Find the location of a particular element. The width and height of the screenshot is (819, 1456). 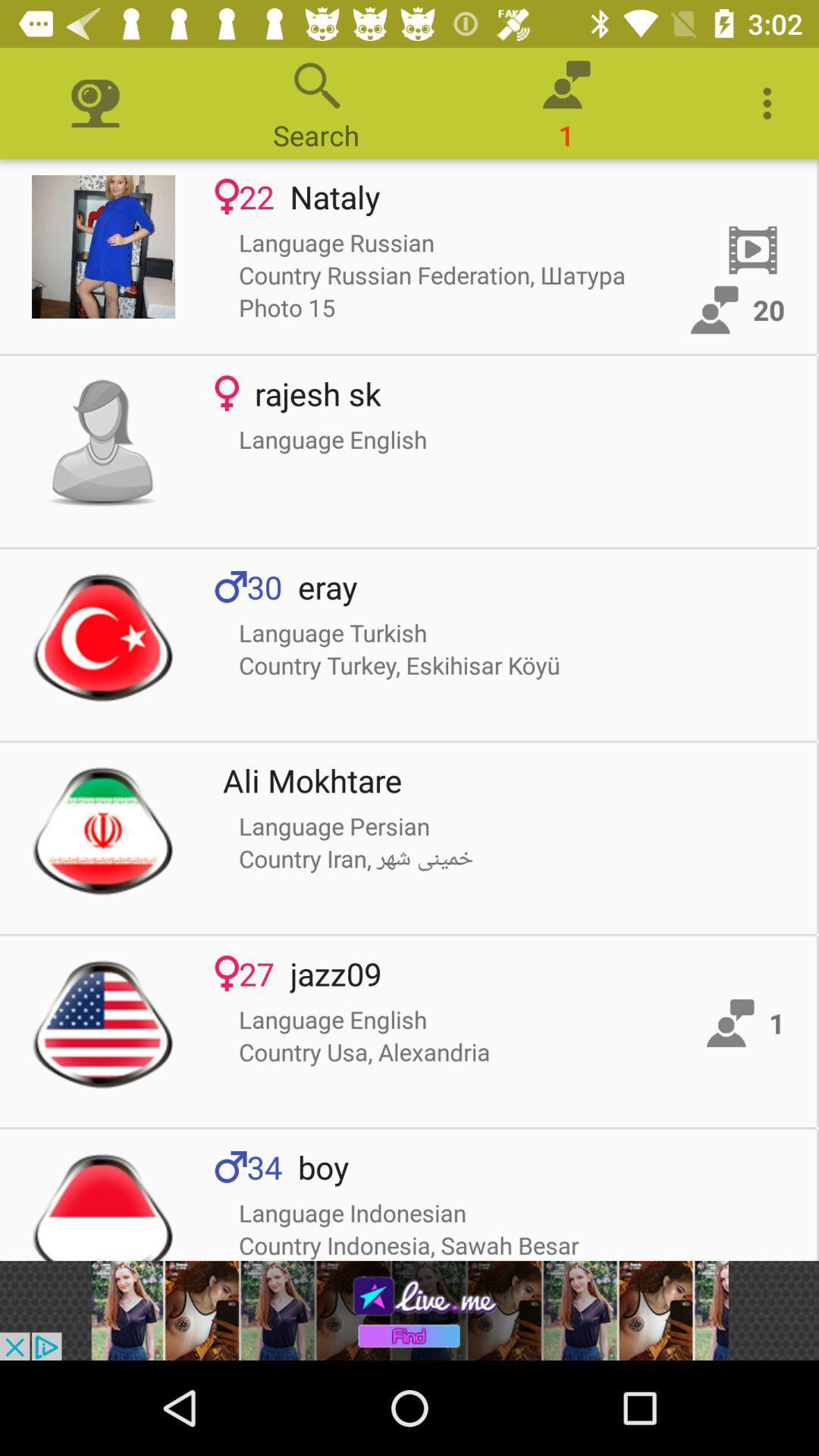

profile picture is located at coordinates (102, 829).